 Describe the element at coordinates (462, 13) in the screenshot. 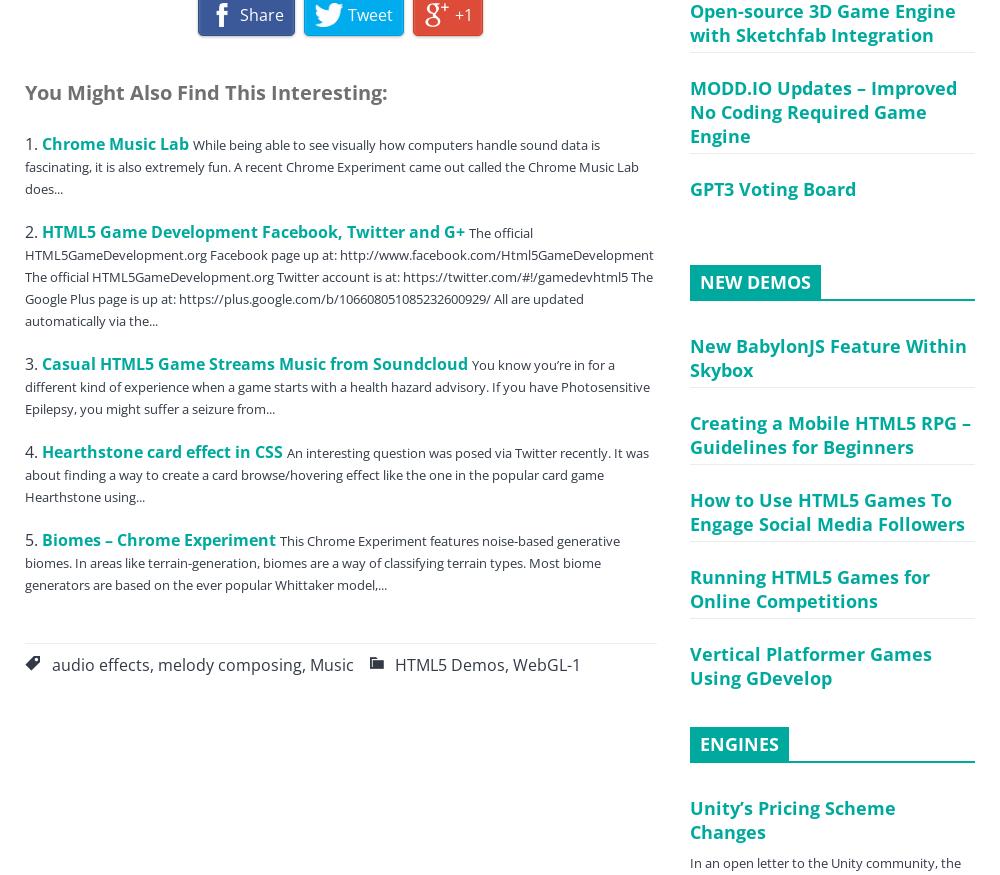

I see `'+1'` at that location.